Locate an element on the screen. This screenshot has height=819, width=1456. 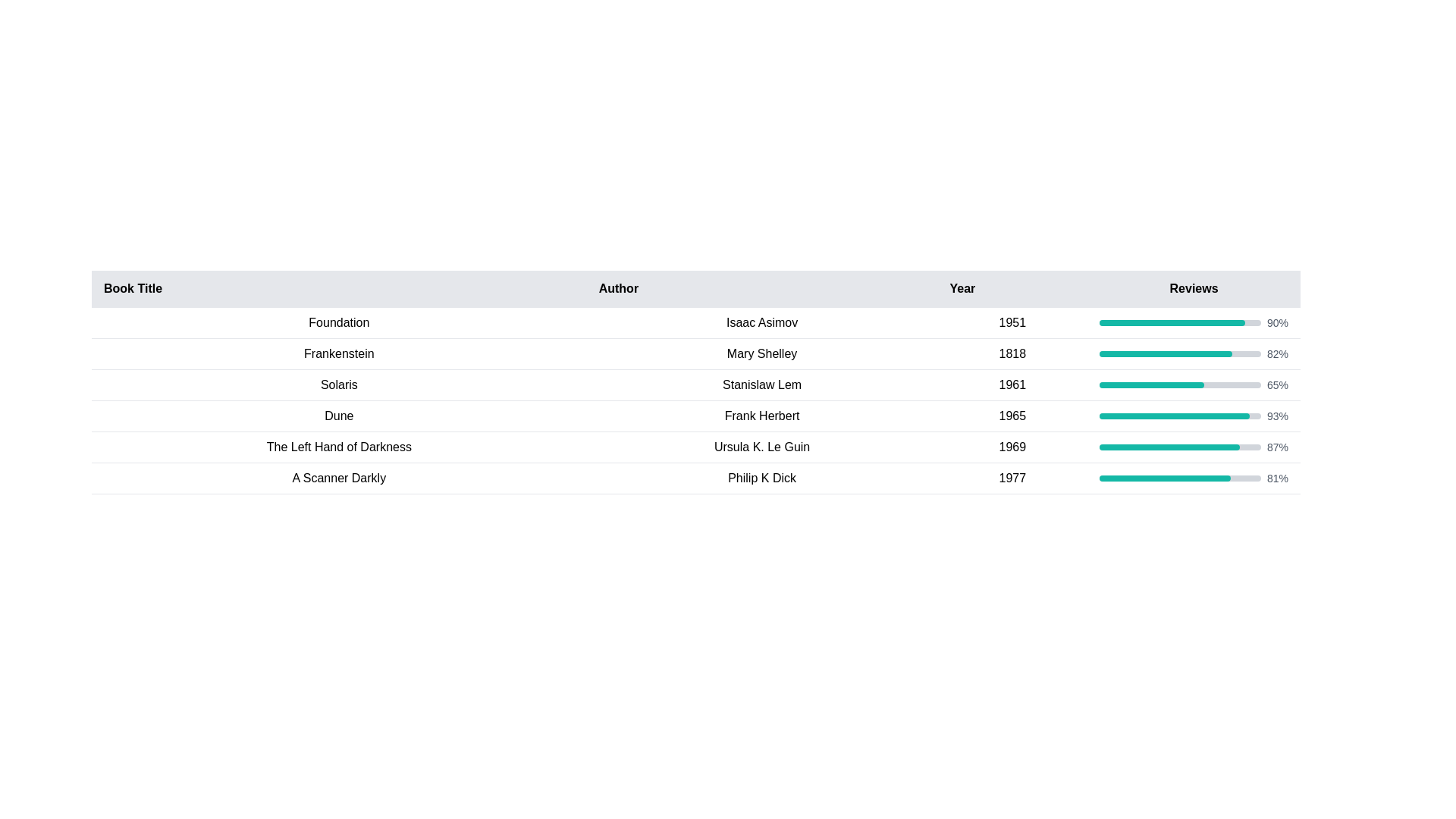
the fifth row in the table displaying the book title 'The Left Hand of Darkness', authored by 'Ursula K. Le Guin' is located at coordinates (695, 447).